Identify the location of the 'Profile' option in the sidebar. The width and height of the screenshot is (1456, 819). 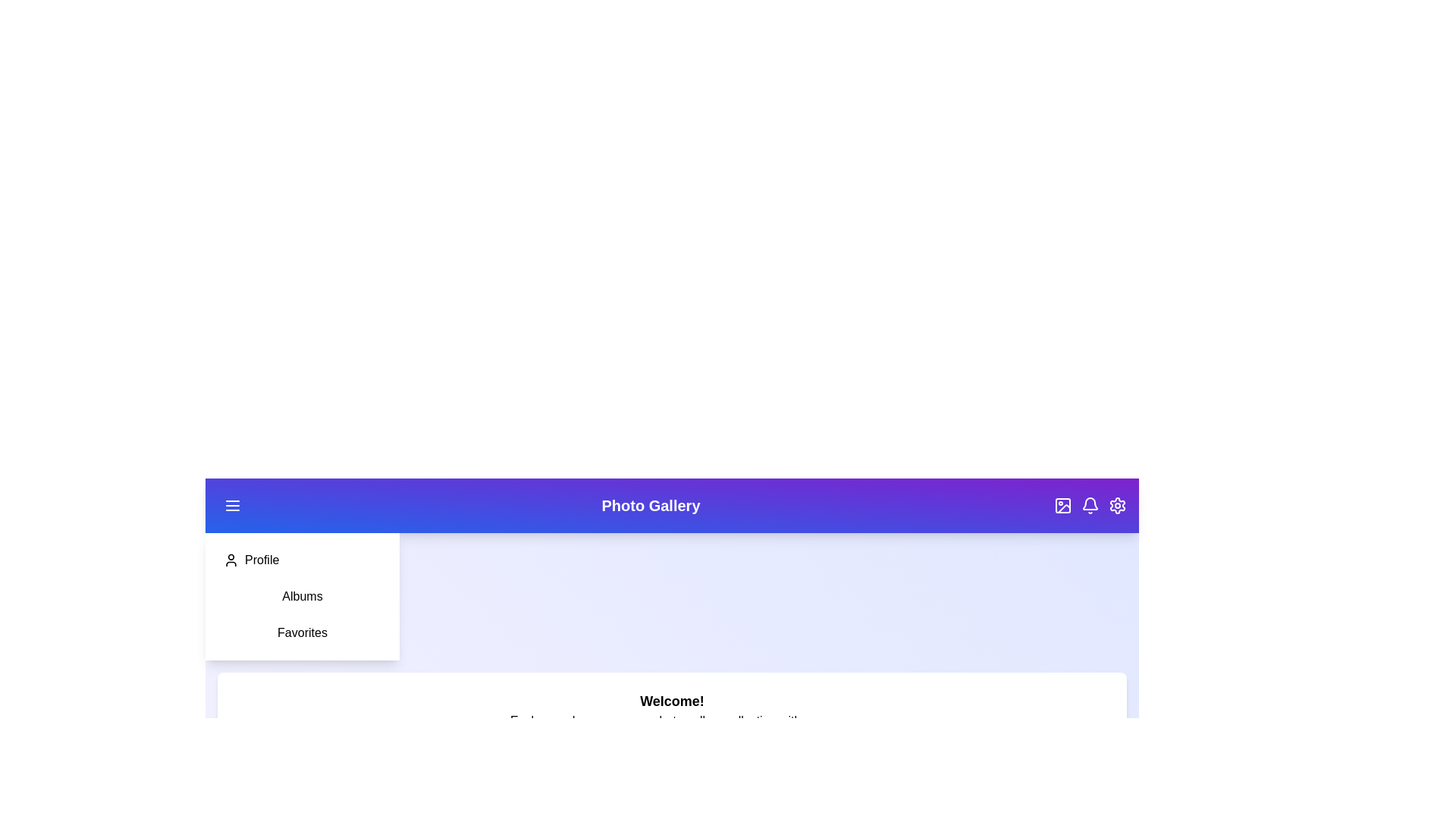
(302, 560).